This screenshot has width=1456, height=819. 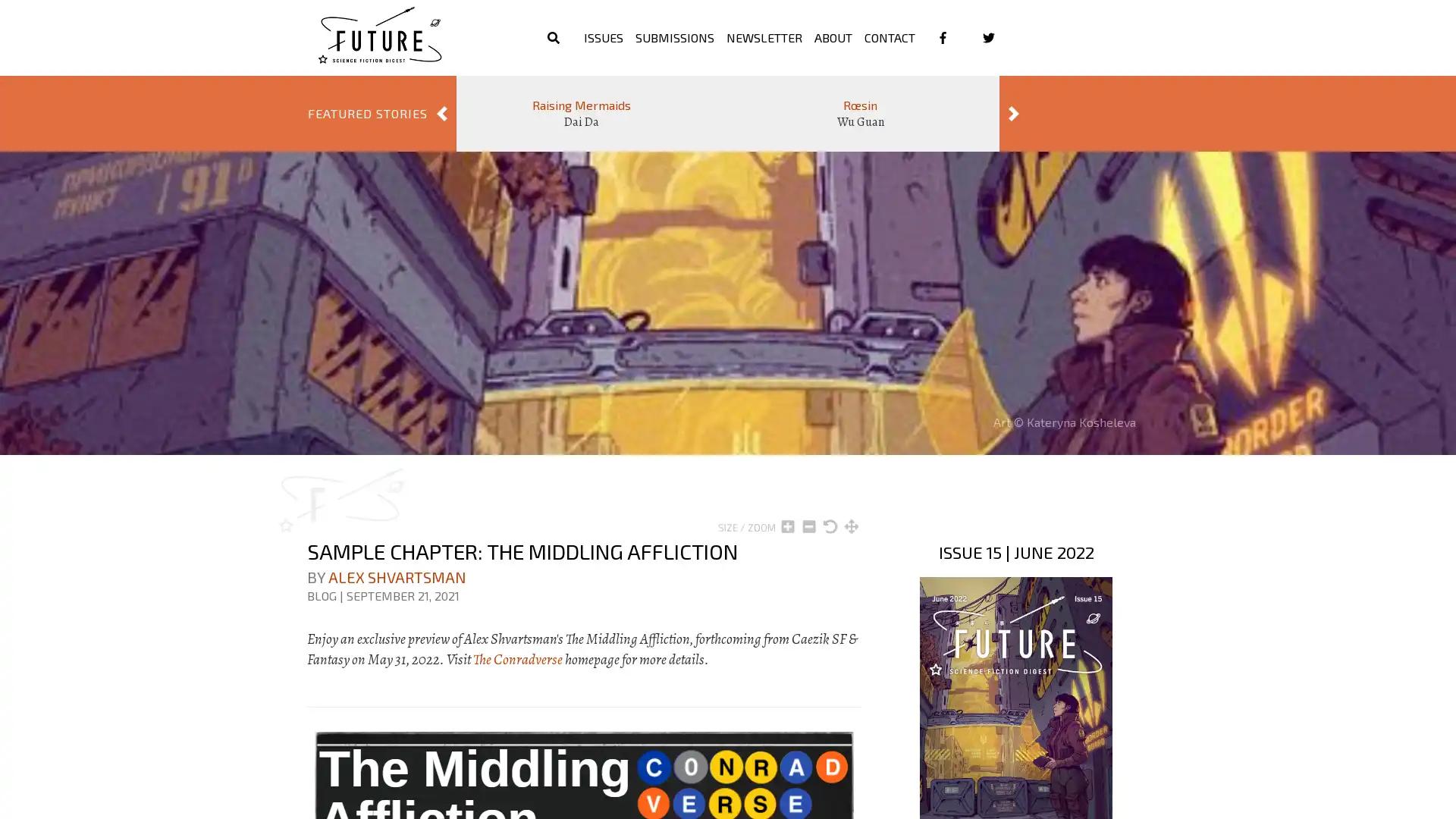 I want to click on Next, so click(x=1014, y=113).